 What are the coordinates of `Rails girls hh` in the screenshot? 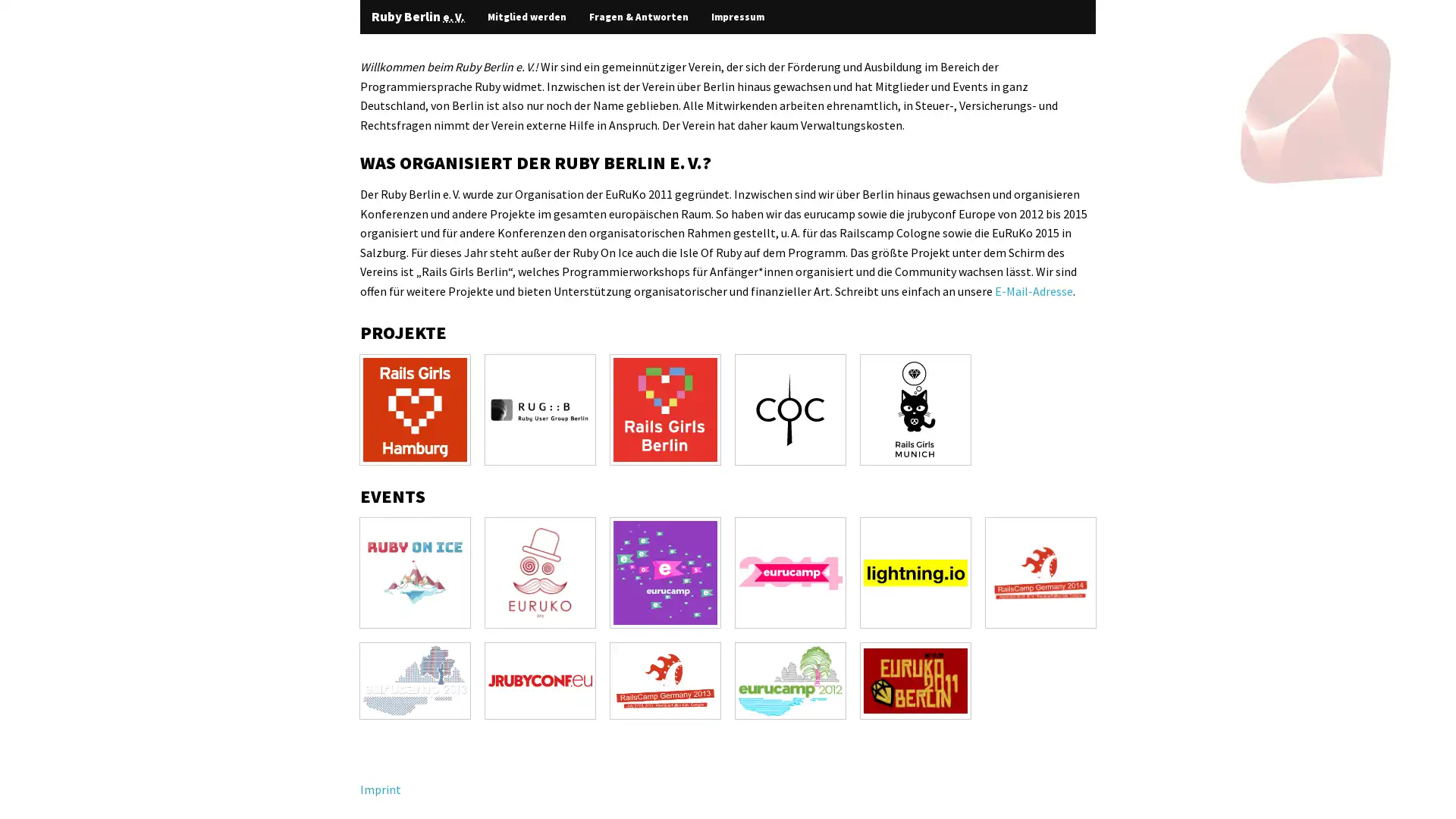 It's located at (415, 408).